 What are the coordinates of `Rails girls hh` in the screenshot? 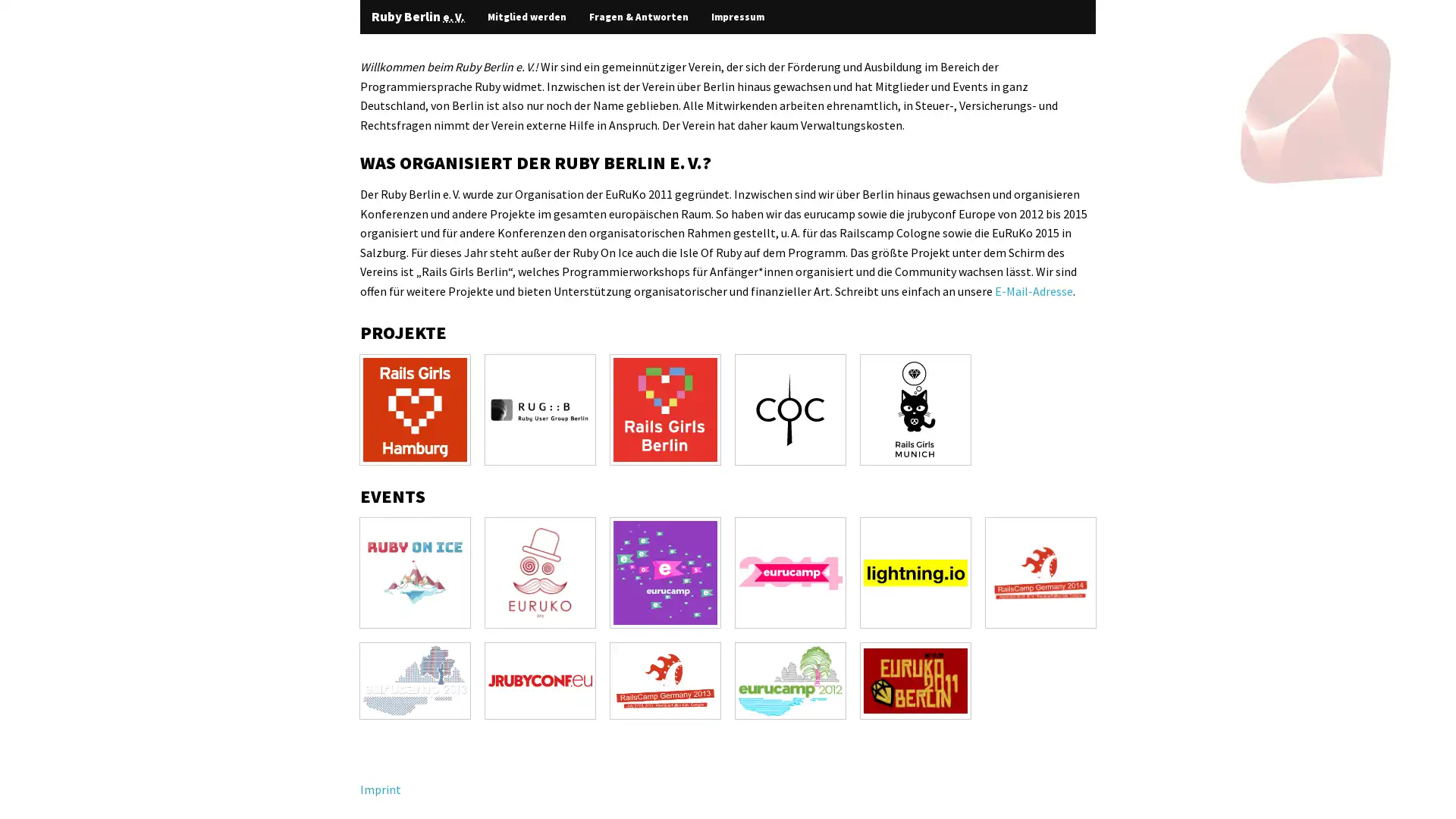 It's located at (415, 408).